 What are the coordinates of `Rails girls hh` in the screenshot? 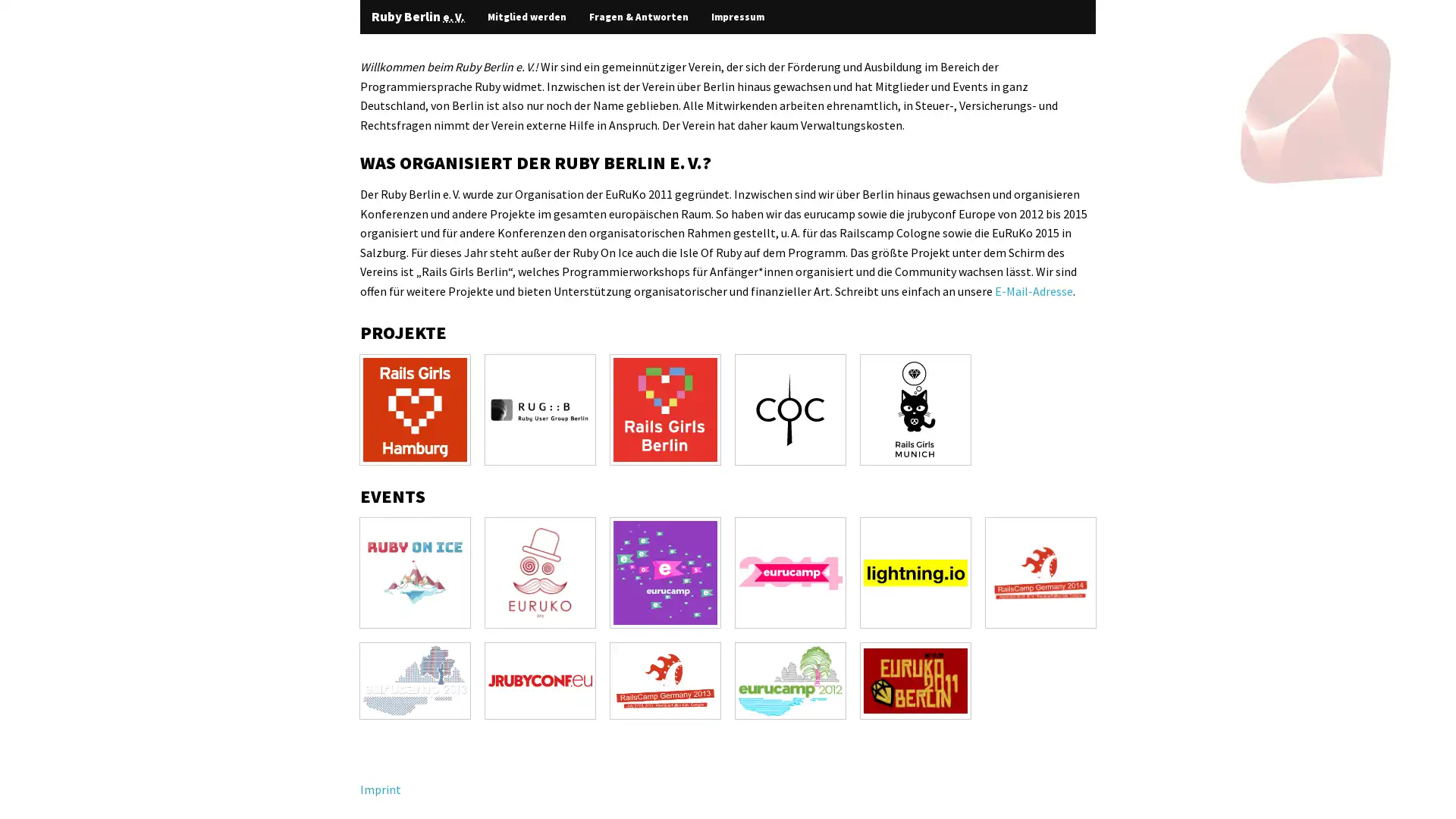 It's located at (415, 408).